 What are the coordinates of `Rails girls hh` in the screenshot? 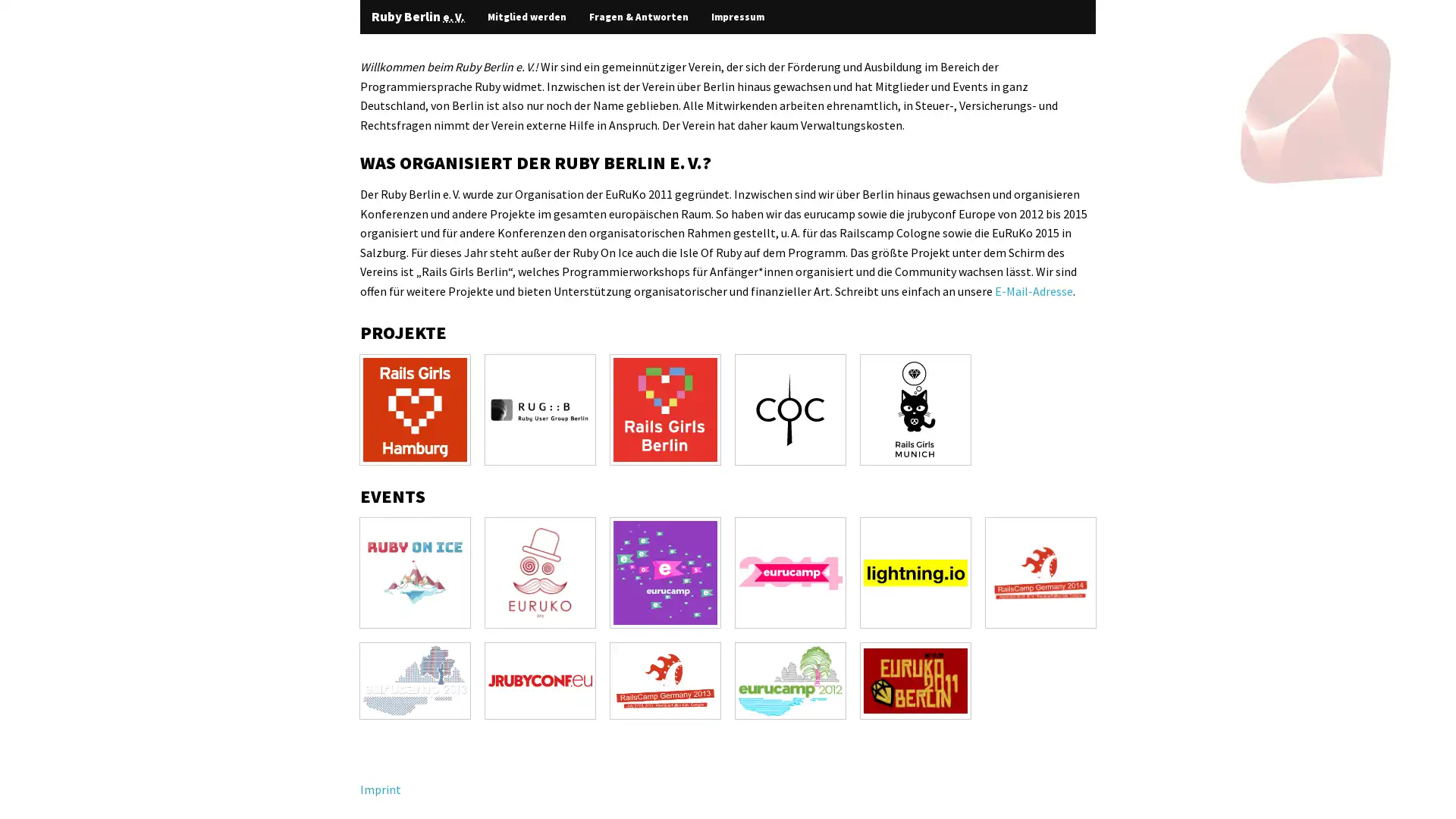 It's located at (415, 408).